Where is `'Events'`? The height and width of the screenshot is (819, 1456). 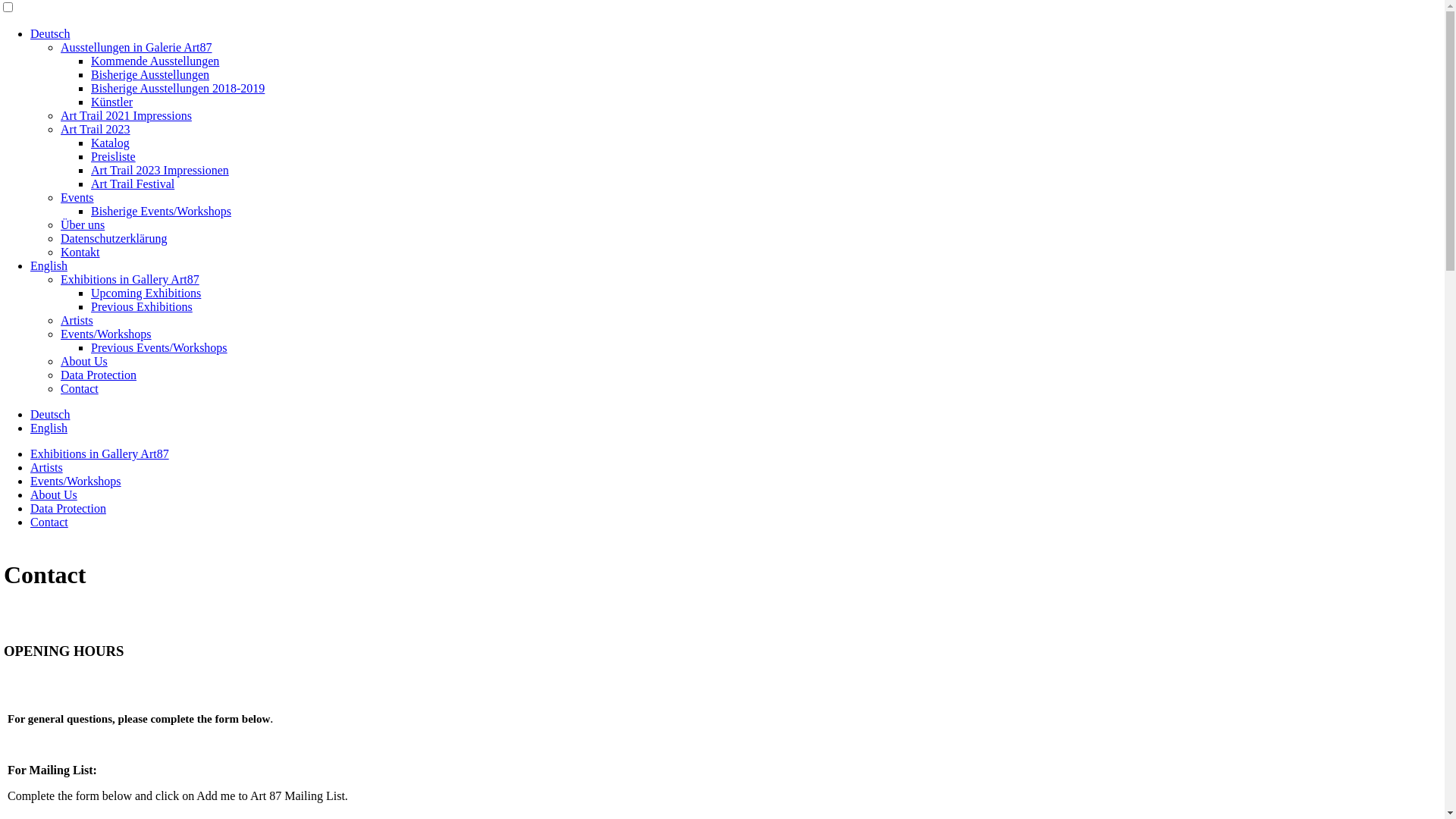 'Events' is located at coordinates (76, 196).